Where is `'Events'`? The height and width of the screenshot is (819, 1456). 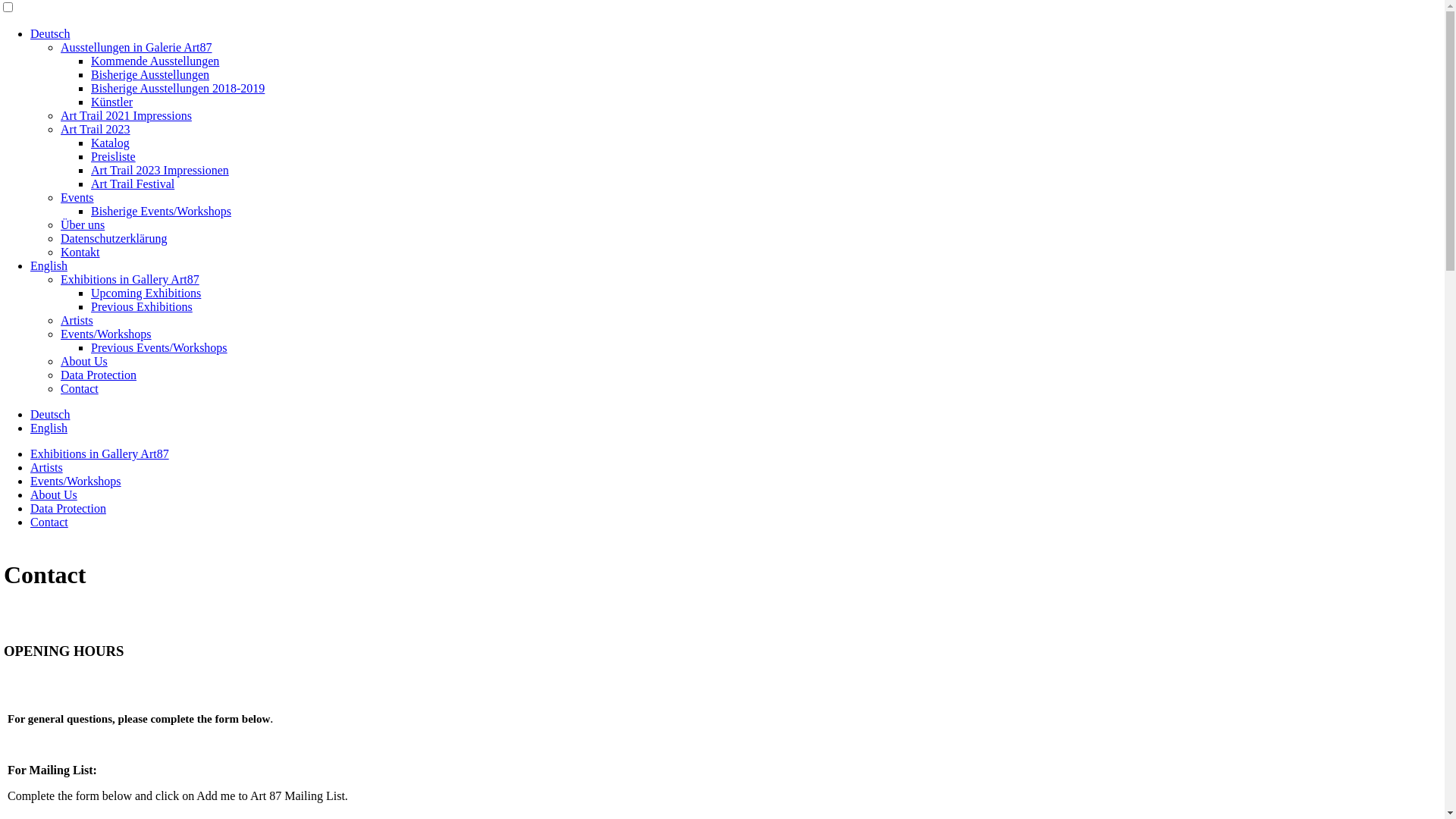 'Events' is located at coordinates (76, 196).